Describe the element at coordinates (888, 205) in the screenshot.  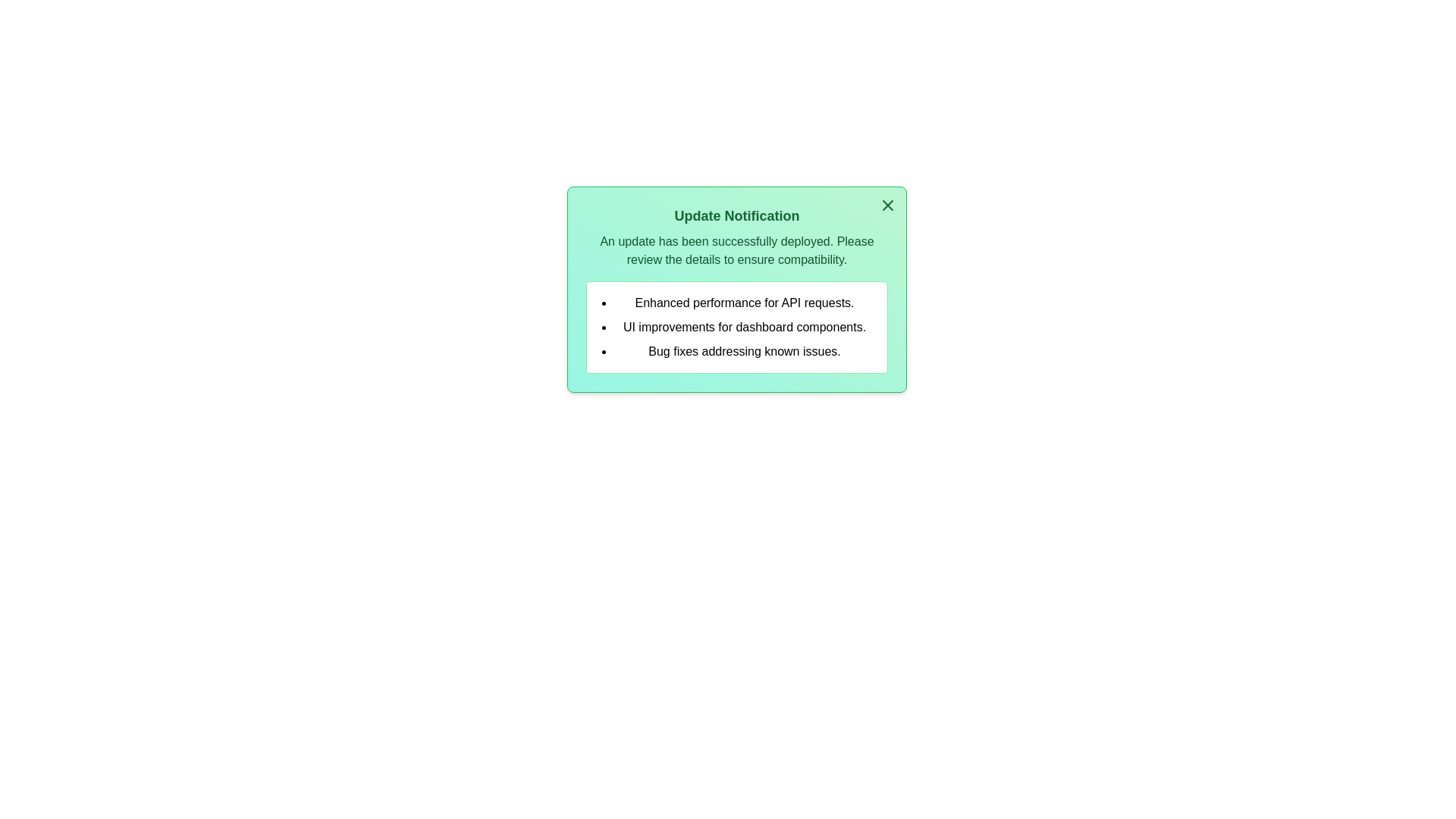
I see `the close button to dismiss the alert panel` at that location.